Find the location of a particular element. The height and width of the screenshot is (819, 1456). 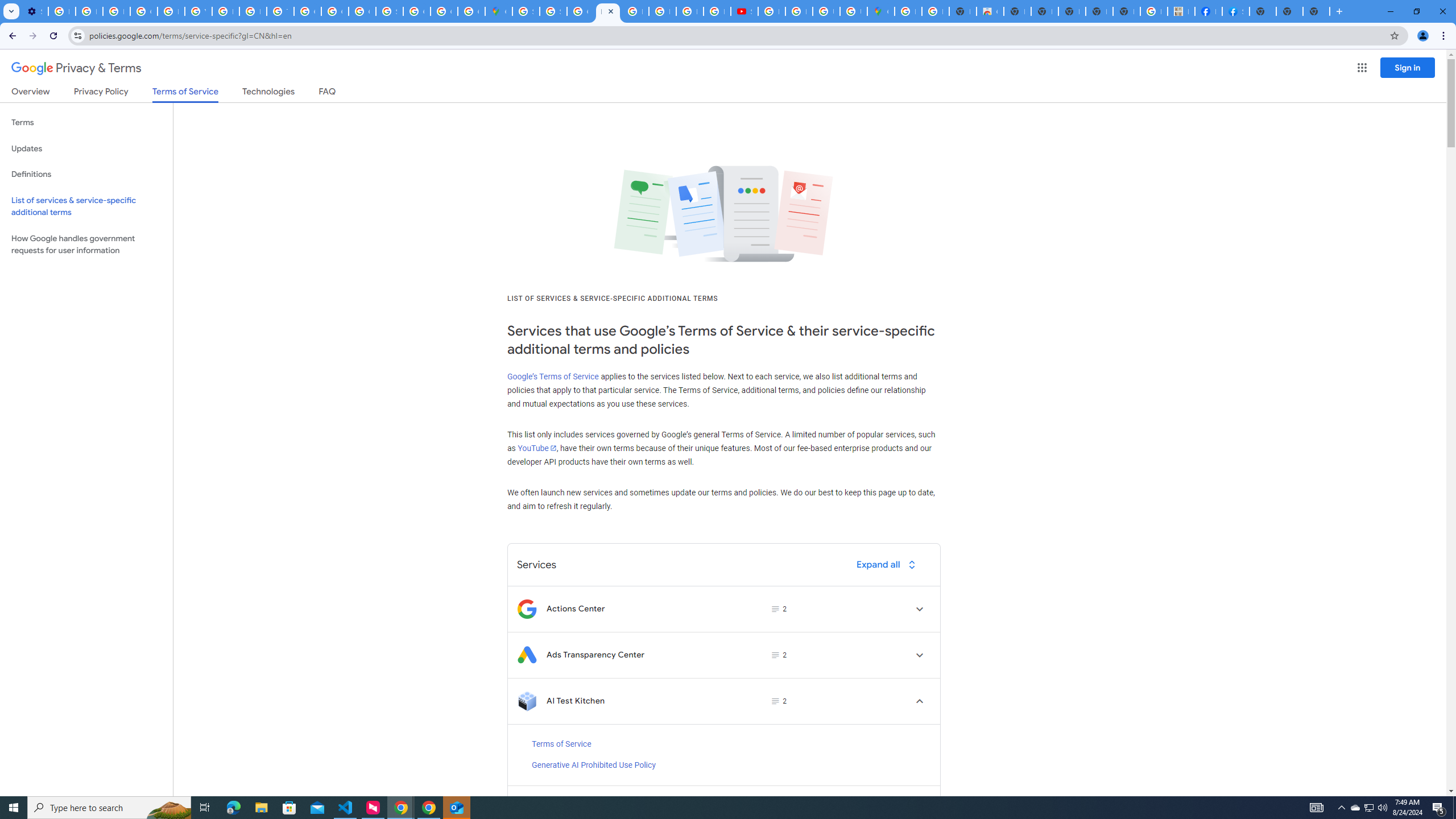

'Logo for AI Test Kitchen' is located at coordinates (526, 701).